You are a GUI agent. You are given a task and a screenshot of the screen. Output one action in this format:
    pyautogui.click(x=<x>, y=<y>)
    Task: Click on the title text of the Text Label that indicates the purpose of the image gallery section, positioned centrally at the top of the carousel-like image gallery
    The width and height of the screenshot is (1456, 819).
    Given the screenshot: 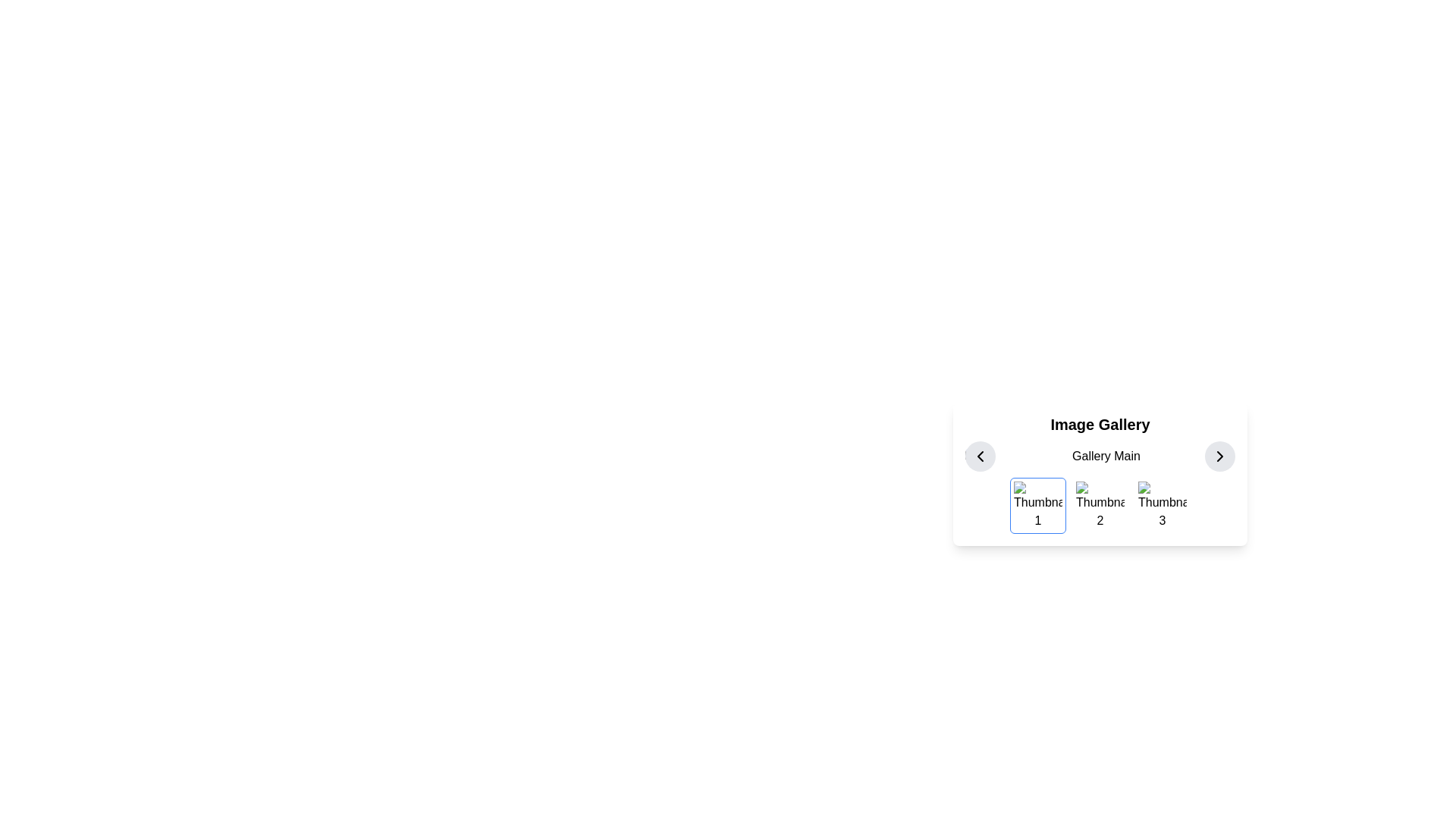 What is the action you would take?
    pyautogui.click(x=1100, y=424)
    